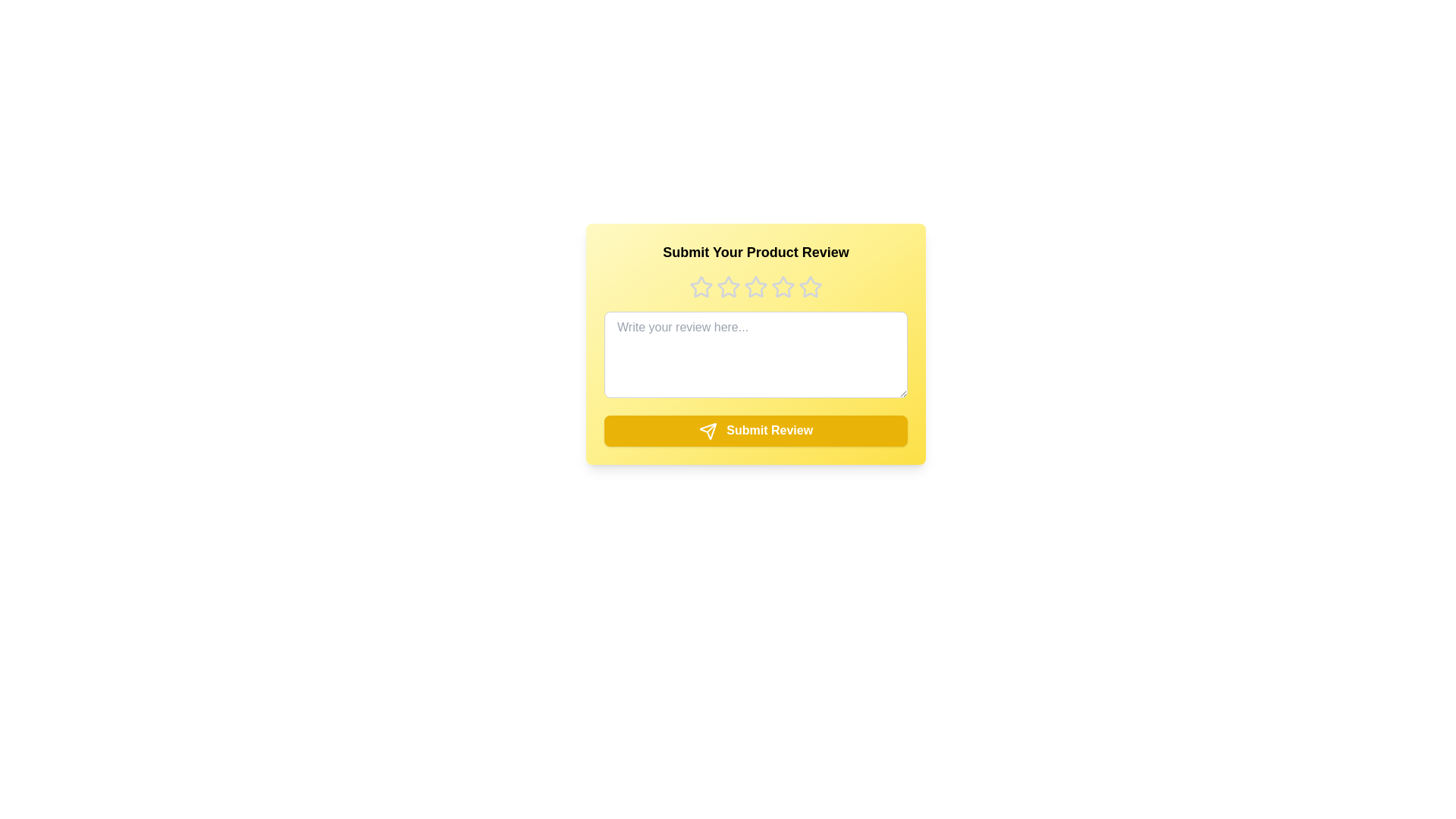  I want to click on the triangular-shaped send icon with a white outline located on the left side of the yellow 'Submit Review' button, so click(707, 431).